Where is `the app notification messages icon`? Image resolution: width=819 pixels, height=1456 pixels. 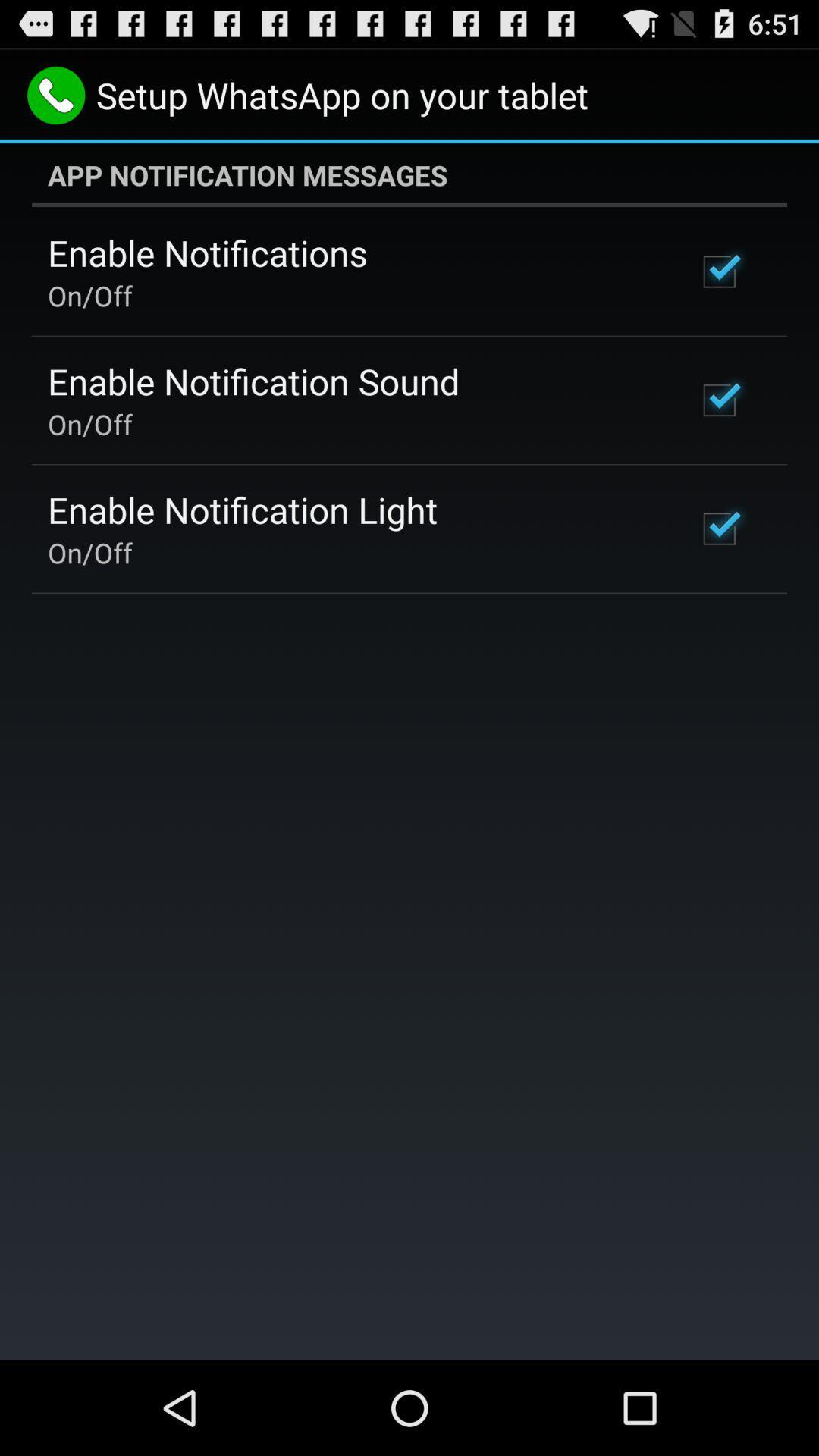 the app notification messages icon is located at coordinates (409, 174).